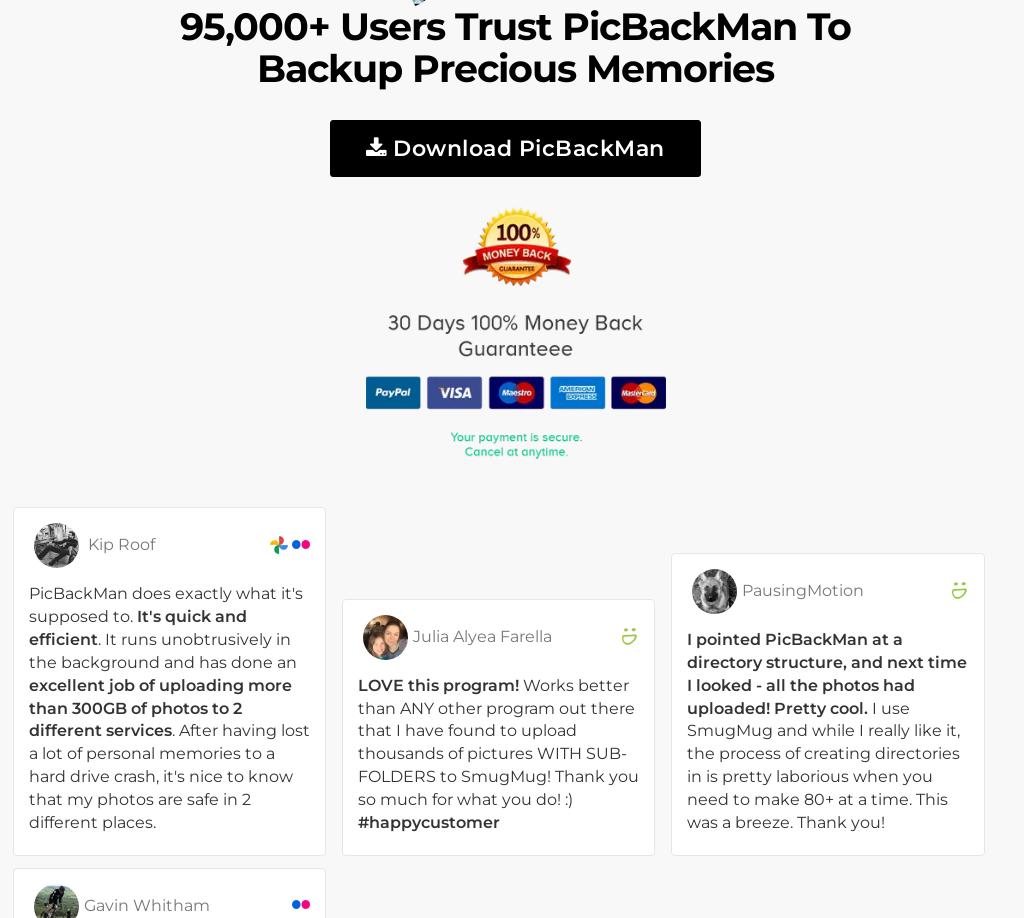 The width and height of the screenshot is (1024, 918). What do you see at coordinates (357, 821) in the screenshot?
I see `'#happycustomer'` at bounding box center [357, 821].